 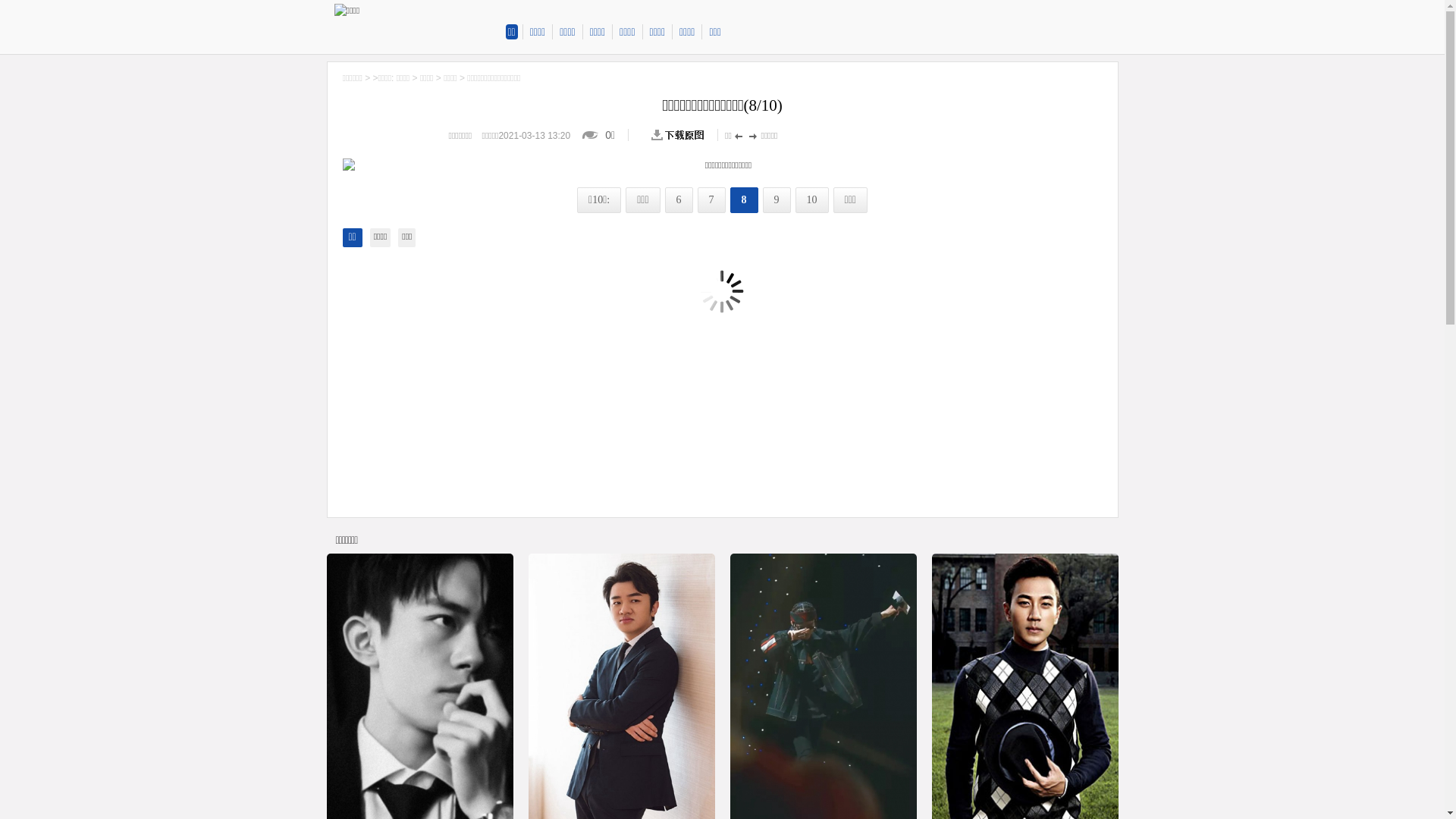 I want to click on '6', so click(x=678, y=199).